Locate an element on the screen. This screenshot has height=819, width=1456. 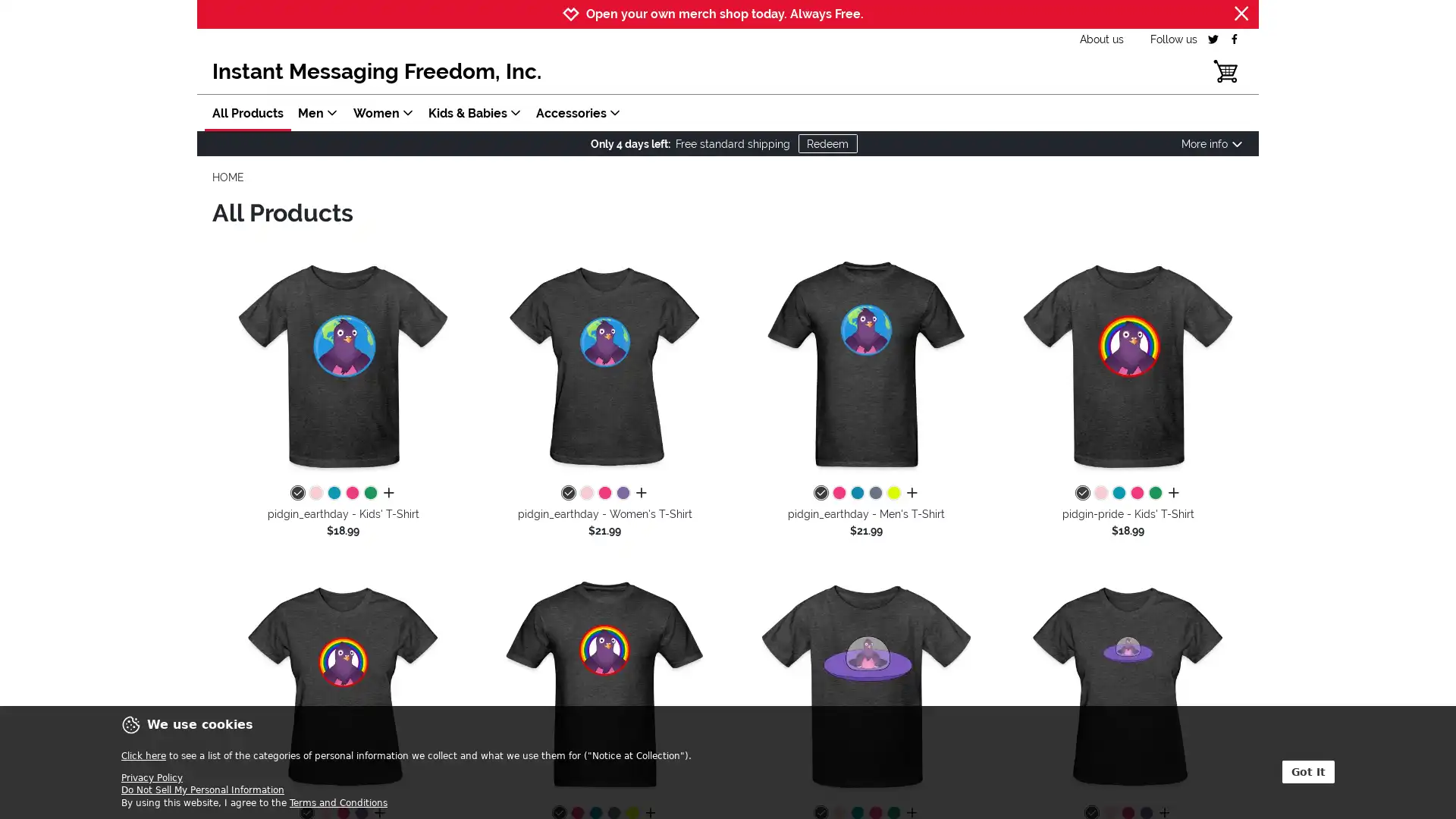
Pidgin UFO - Women's T-Shirt is located at coordinates (1128, 686).